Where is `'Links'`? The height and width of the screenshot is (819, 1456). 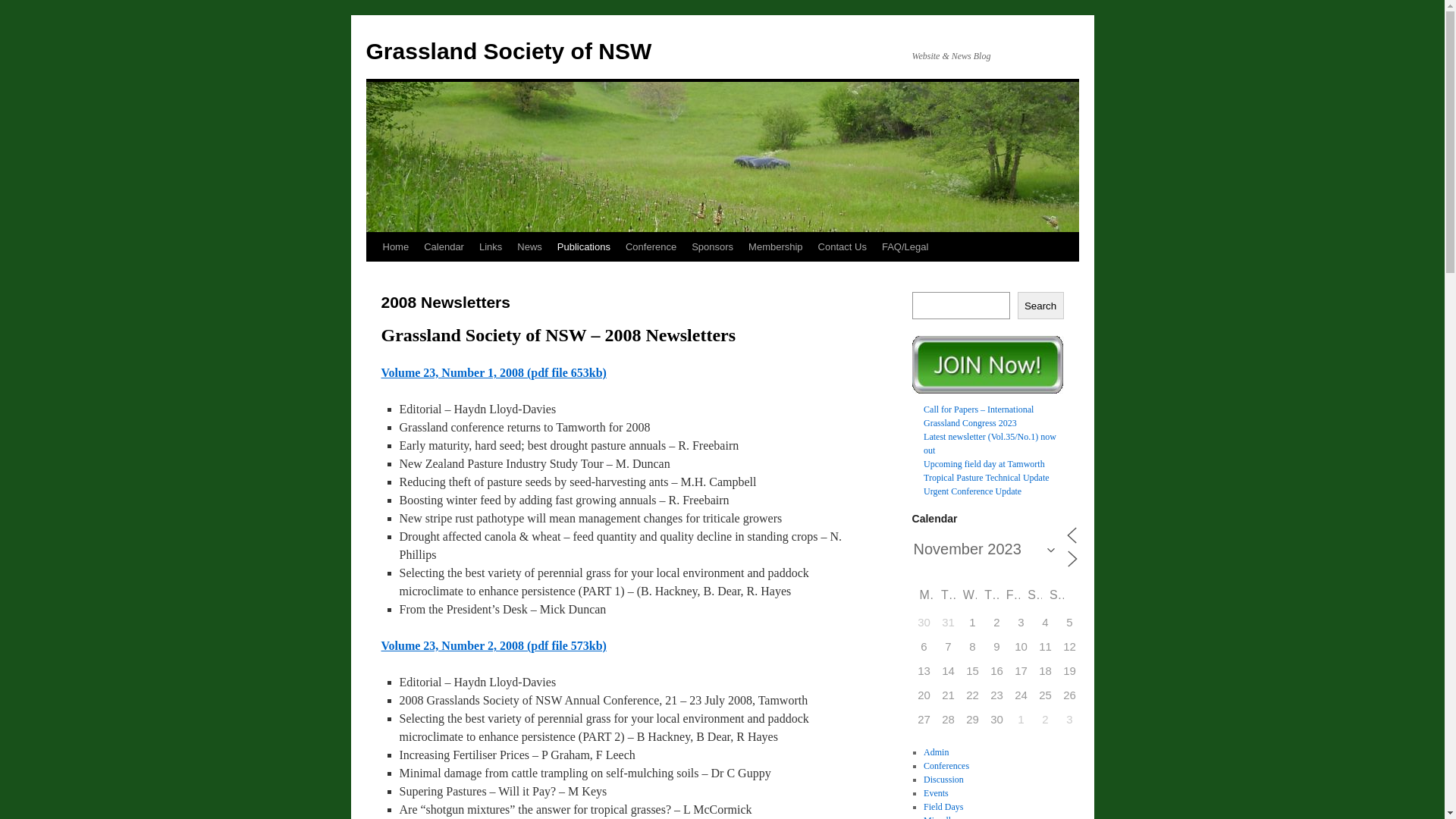
'Links' is located at coordinates (491, 246).